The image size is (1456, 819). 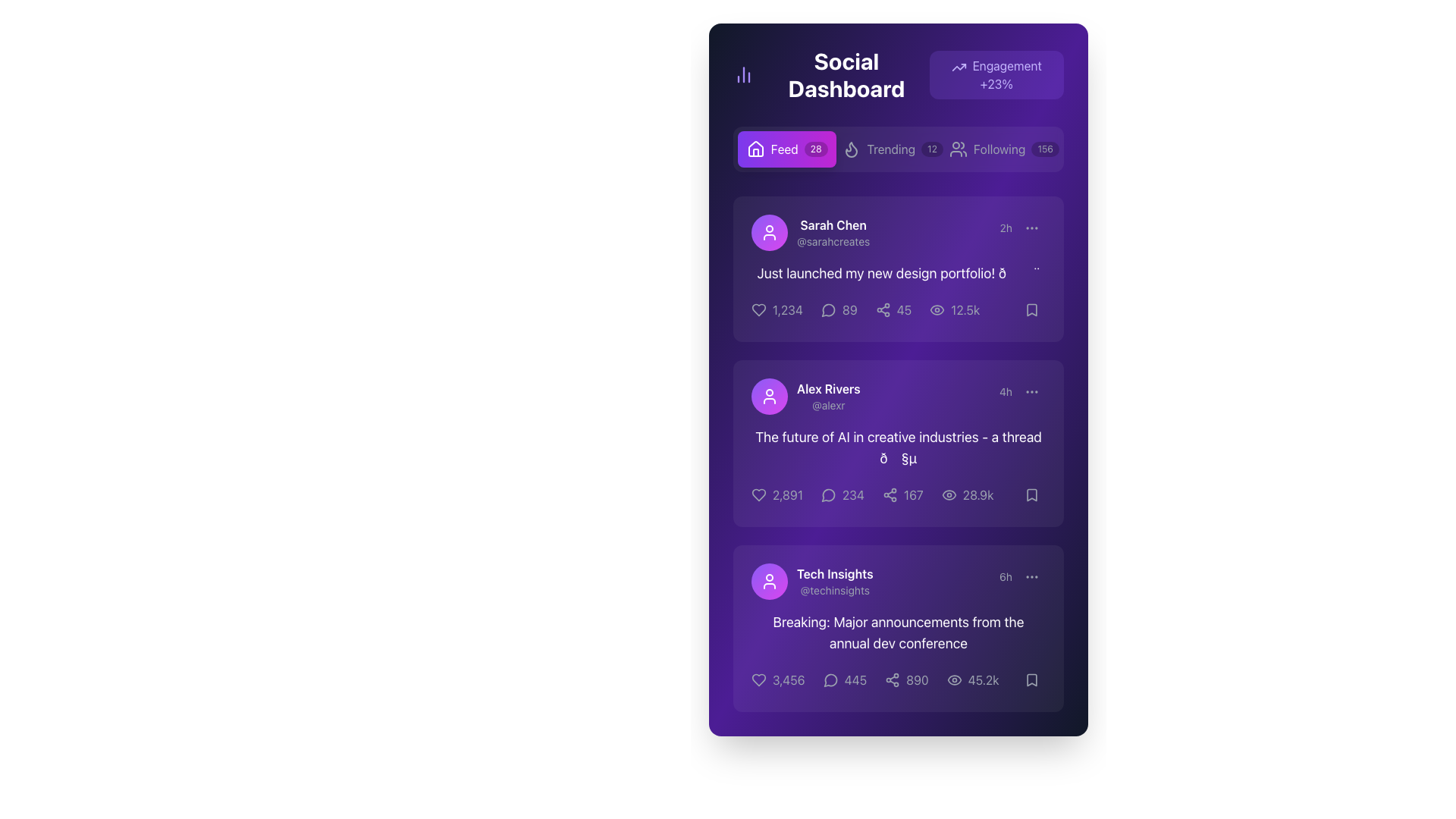 I want to click on the text label or headline conveying the news update from 'Tech Insights', located in the third content block beneath the user's name and timestamp, so click(x=899, y=632).